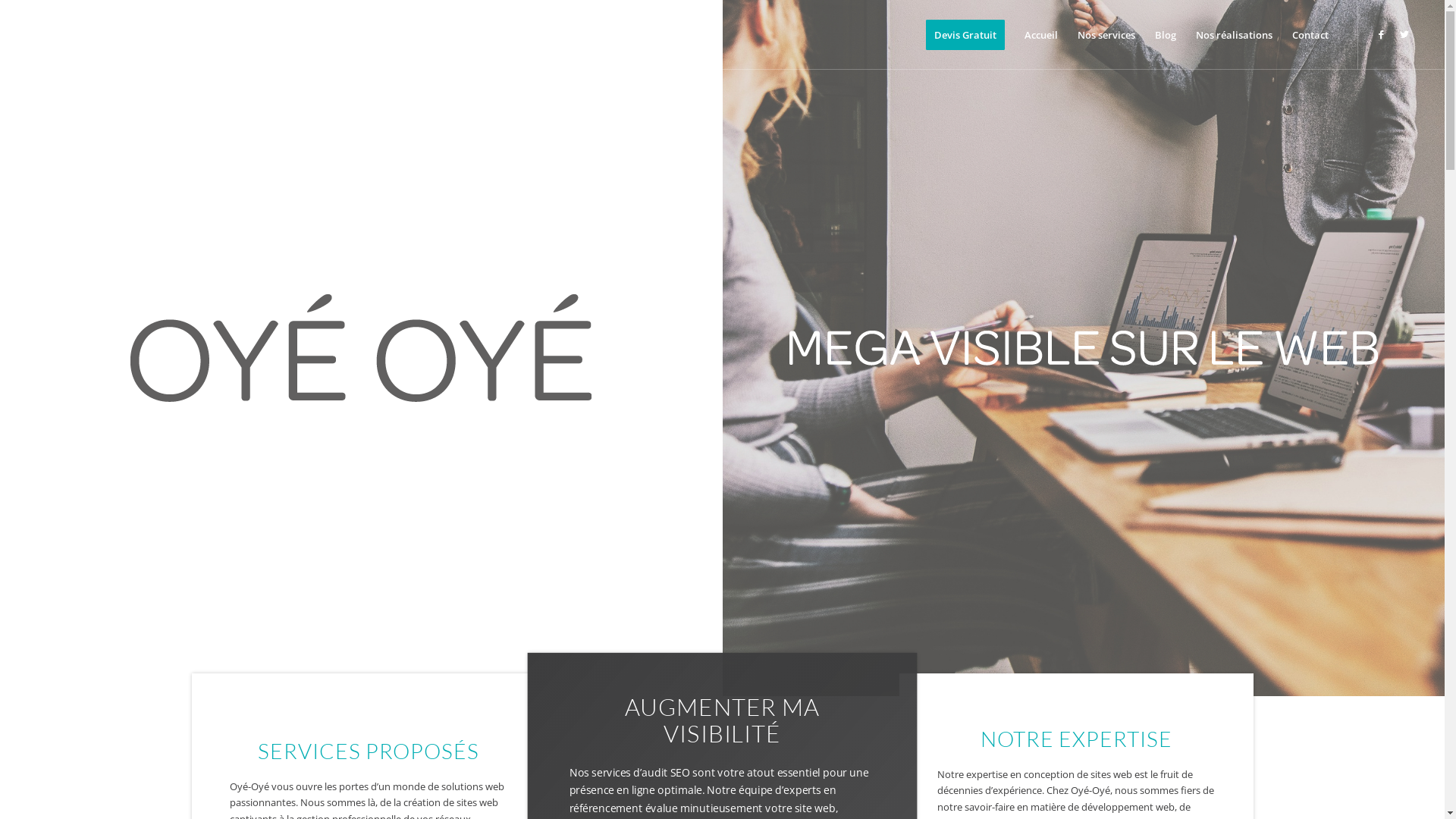  What do you see at coordinates (1164, 34) in the screenshot?
I see `'Blog'` at bounding box center [1164, 34].